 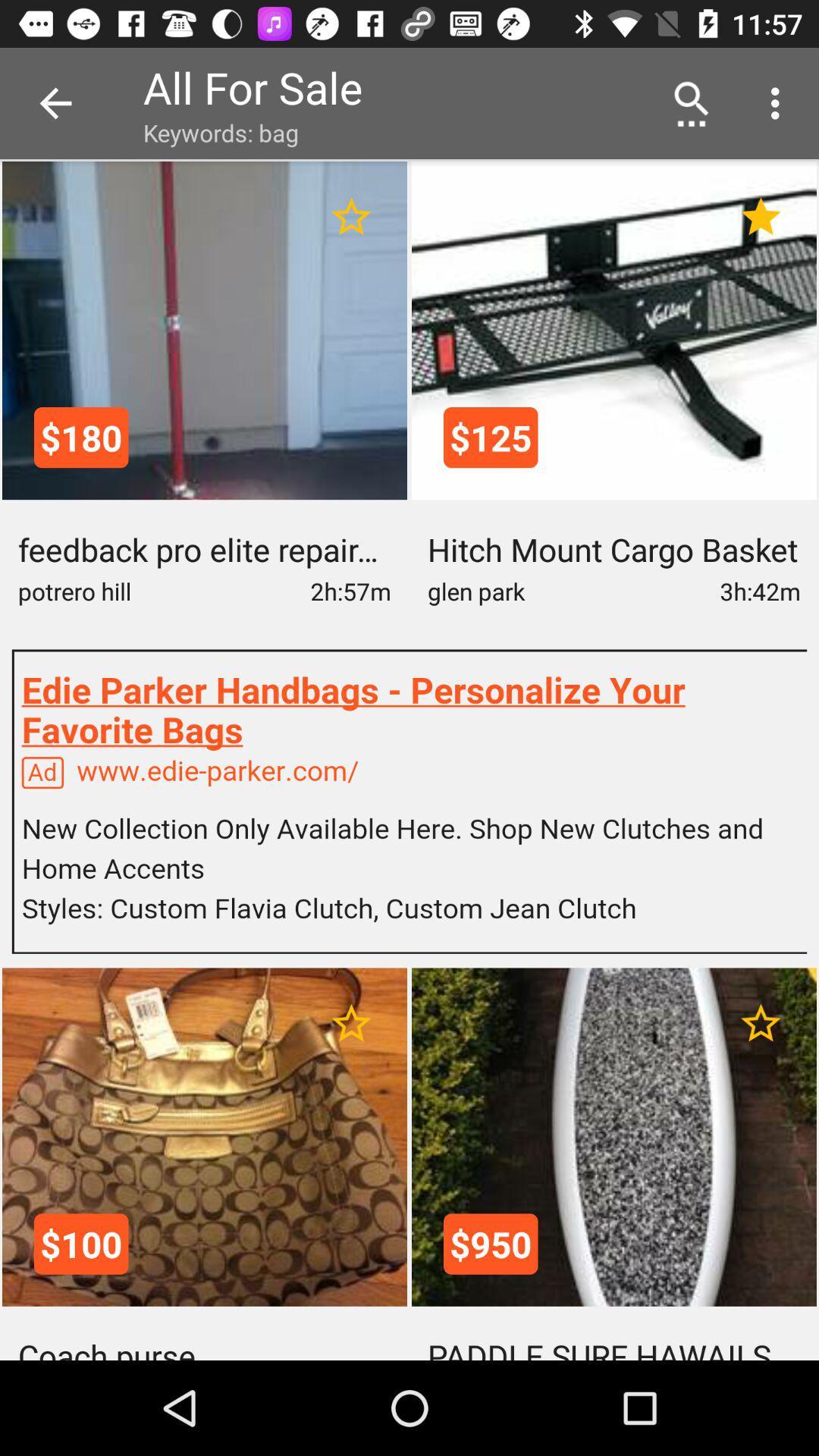 I want to click on rate the order, so click(x=351, y=216).